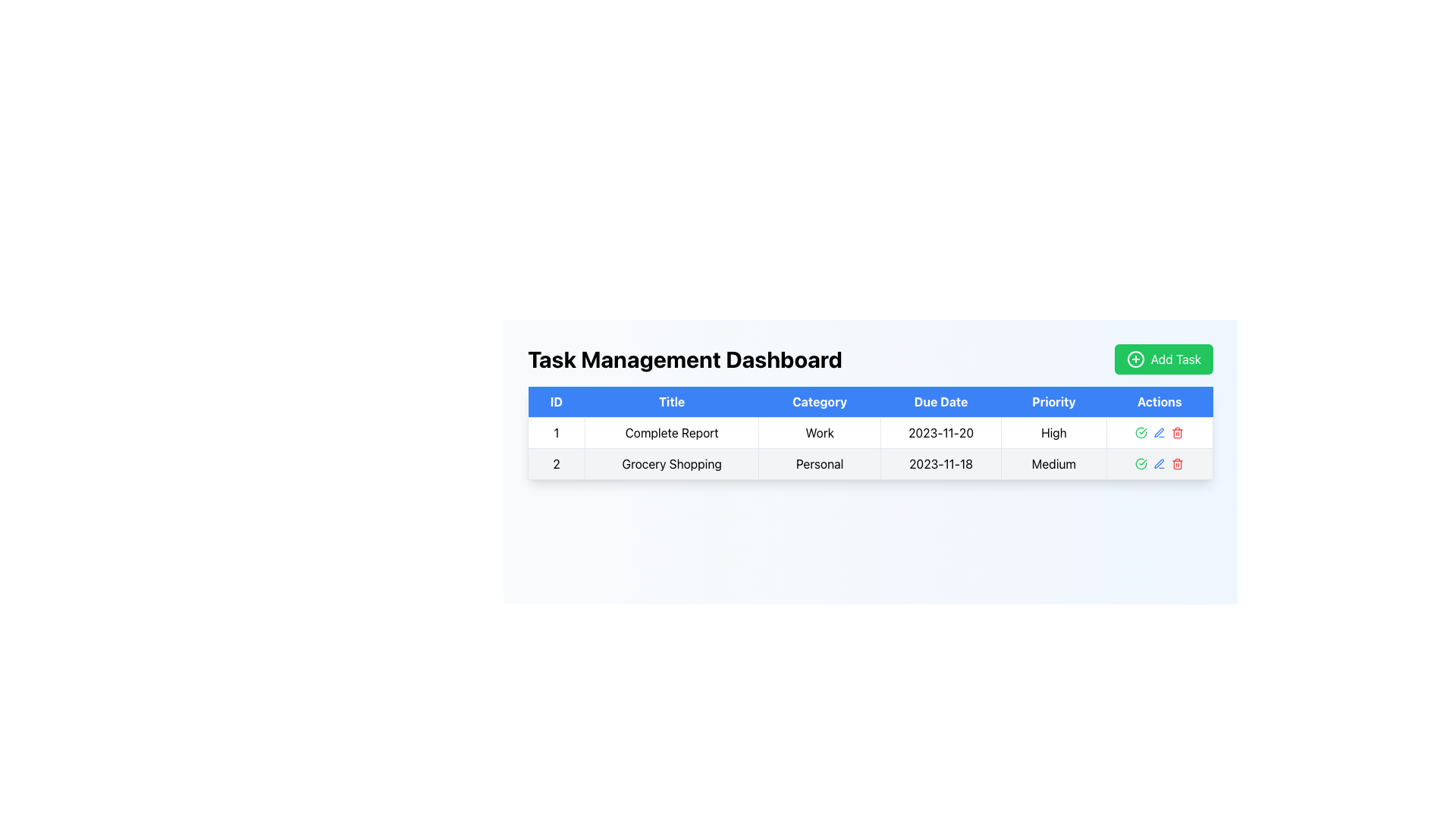 This screenshot has width=1456, height=819. Describe the element at coordinates (940, 463) in the screenshot. I see `the date text label '2023-11-18' located in the fourth column of the second row of the table related to 'Grocery Shopping'` at that location.